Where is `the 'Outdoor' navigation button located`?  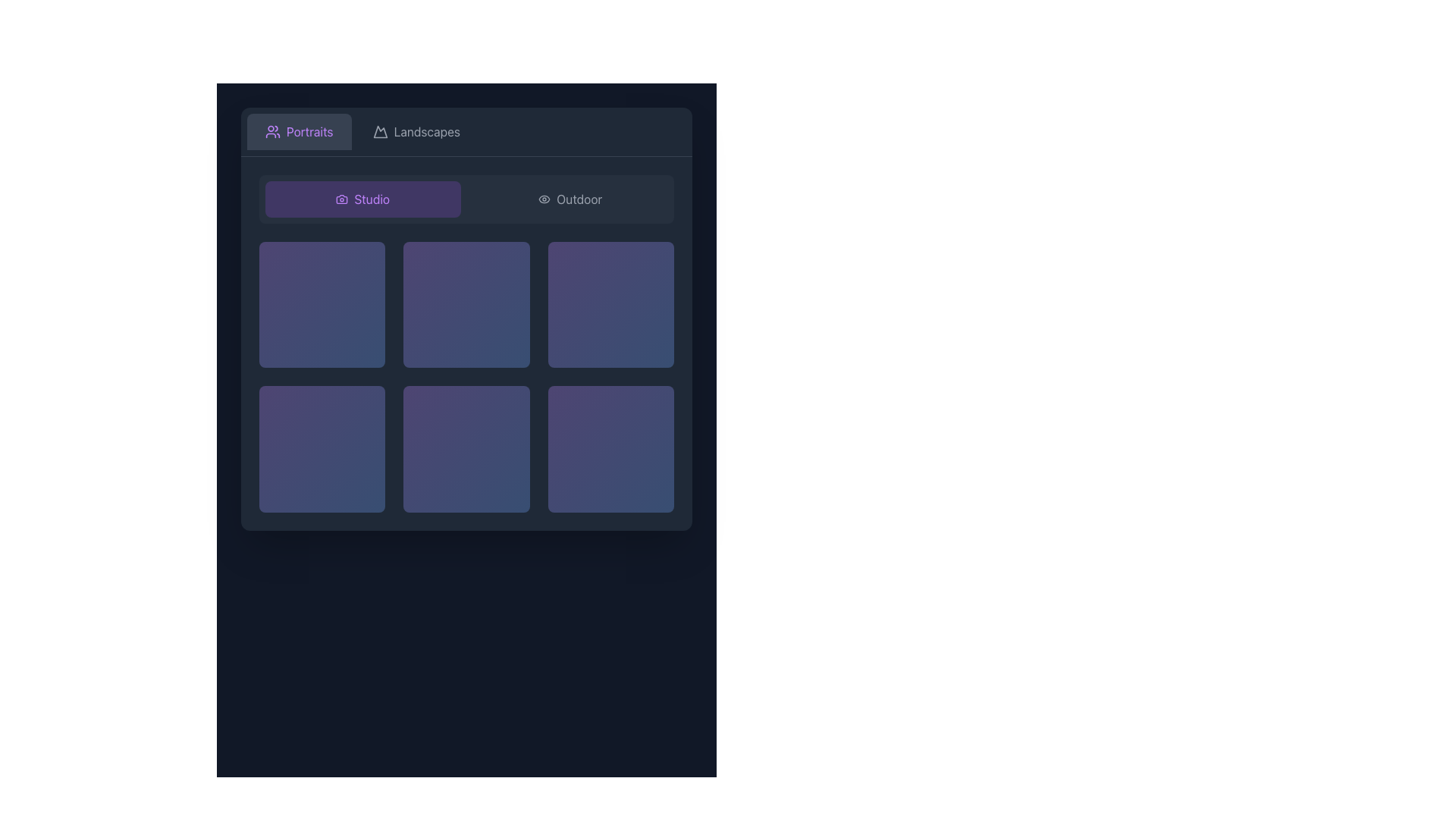 the 'Outdoor' navigation button located is located at coordinates (570, 198).